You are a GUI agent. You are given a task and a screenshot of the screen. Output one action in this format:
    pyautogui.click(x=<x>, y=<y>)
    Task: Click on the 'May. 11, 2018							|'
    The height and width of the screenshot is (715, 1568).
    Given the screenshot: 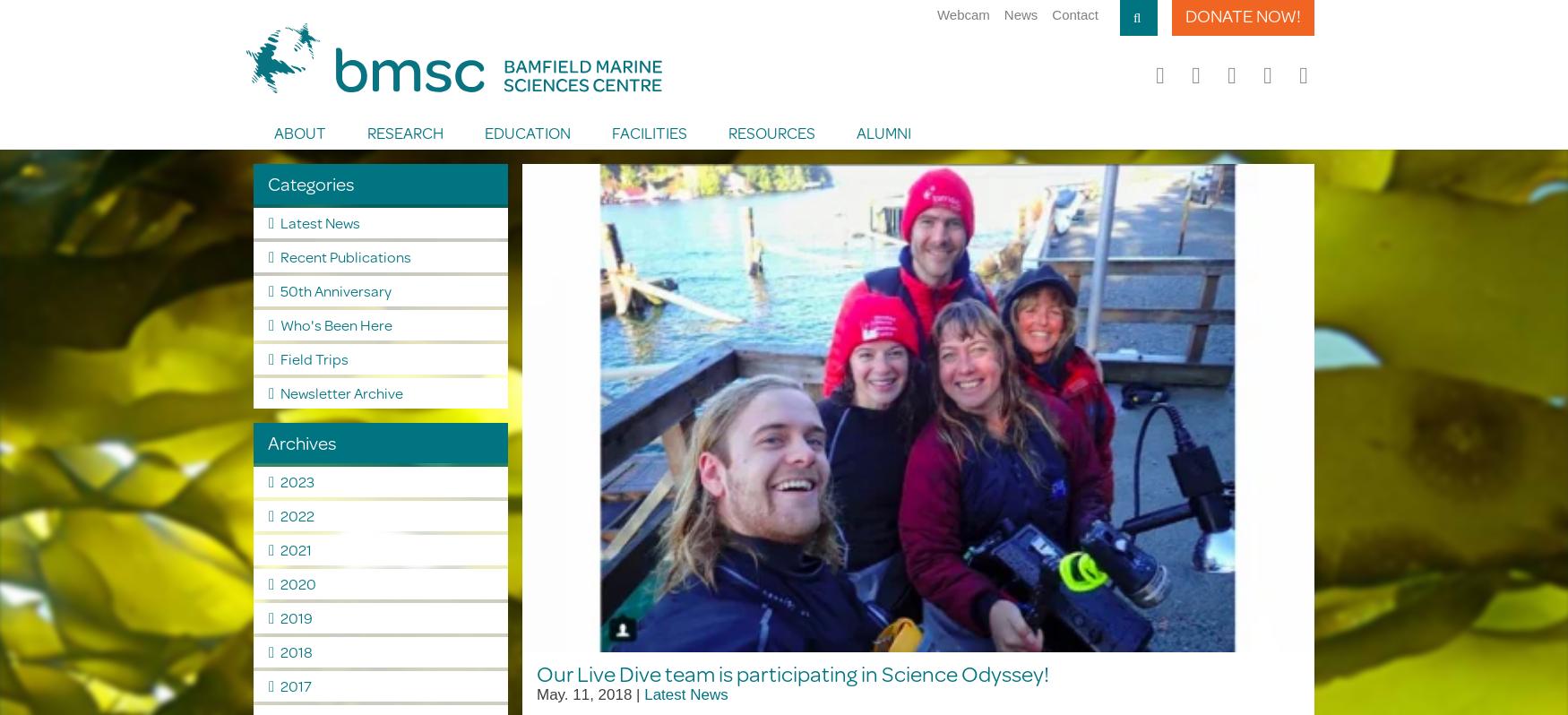 What is the action you would take?
    pyautogui.click(x=589, y=694)
    